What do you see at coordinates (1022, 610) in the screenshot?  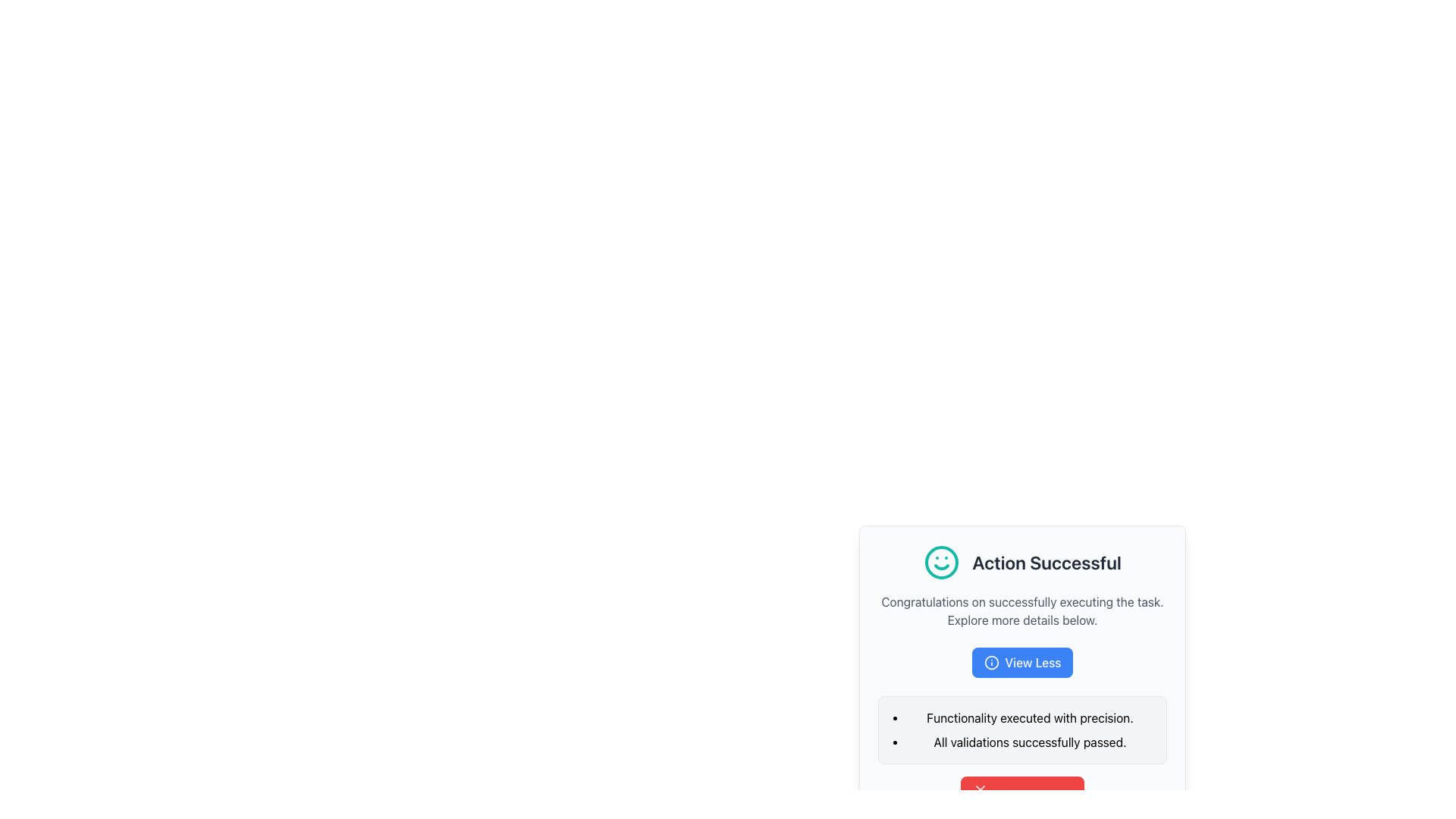 I see `the congratulatory text message displayed in a center-aligned, gray font, which is located below the title 'Action Successful' and above the 'View Less' button` at bounding box center [1022, 610].